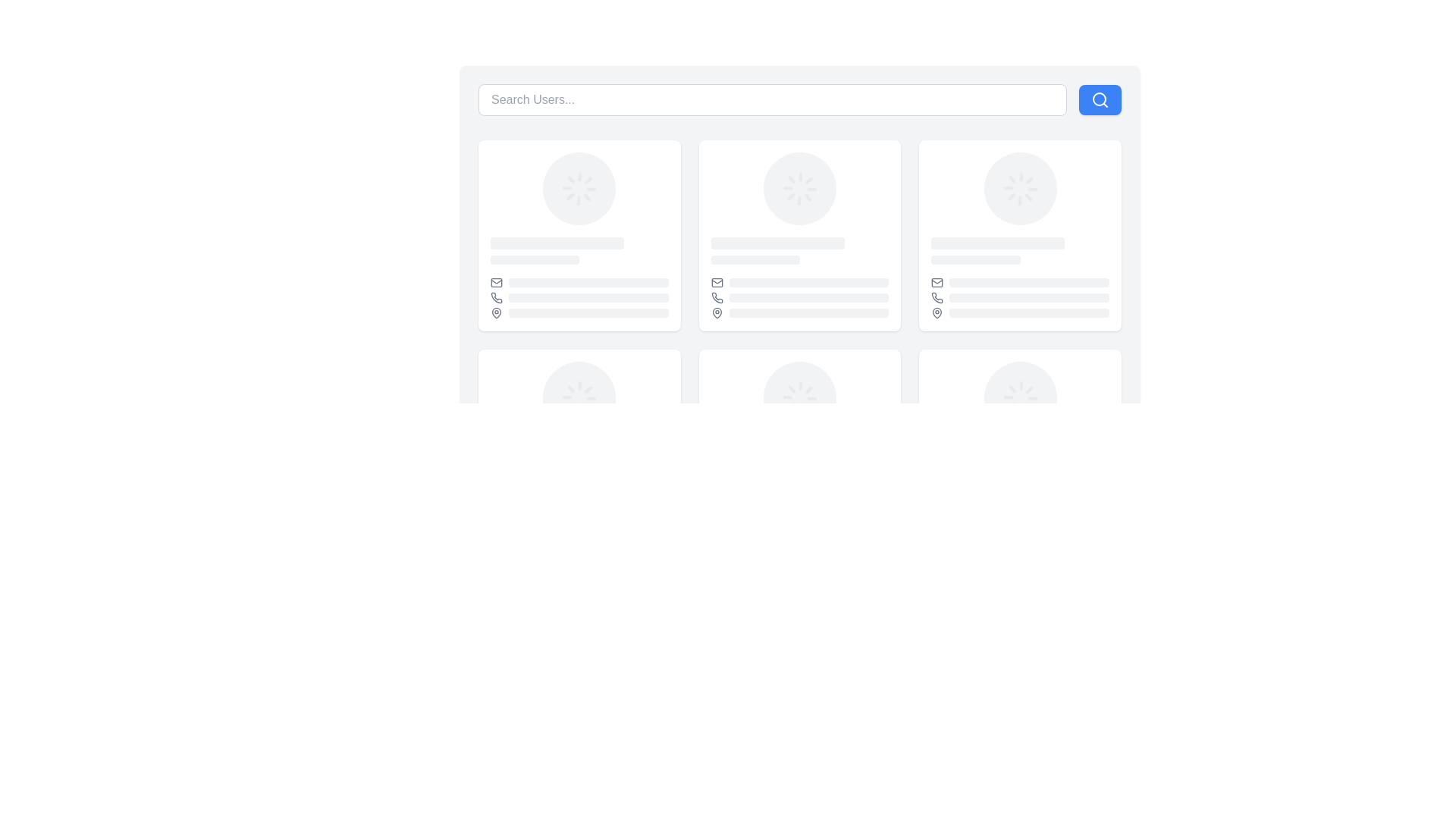 The width and height of the screenshot is (1456, 819). I want to click on the phone contact icon located in the upper-right quadrant of the card layout, so click(937, 298).